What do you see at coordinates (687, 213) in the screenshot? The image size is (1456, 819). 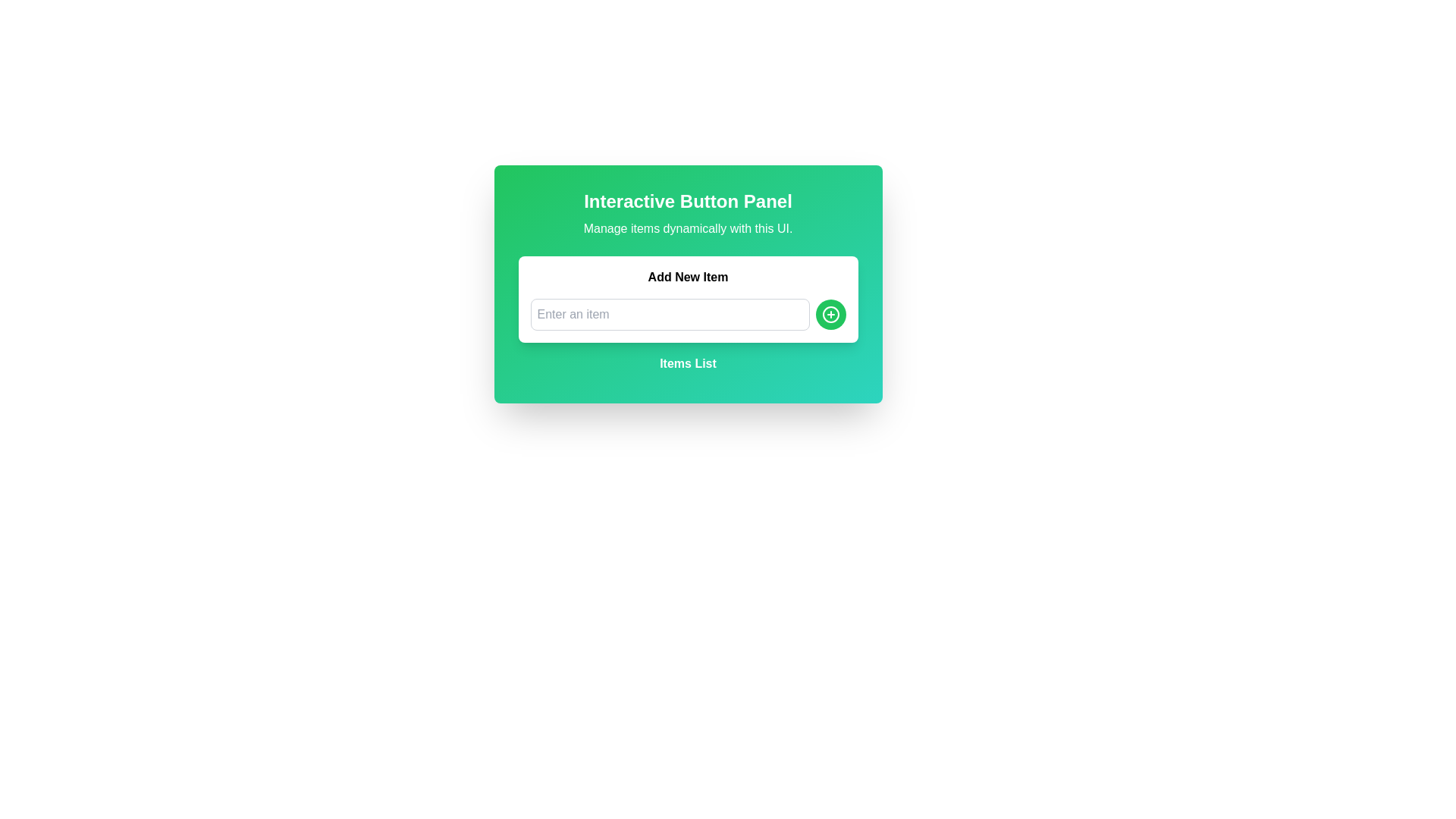 I see `text element that contains 'Interactive Button Panel' and 'Manage items dynamically with this UI.' which is center-aligned on a green gradient background` at bounding box center [687, 213].